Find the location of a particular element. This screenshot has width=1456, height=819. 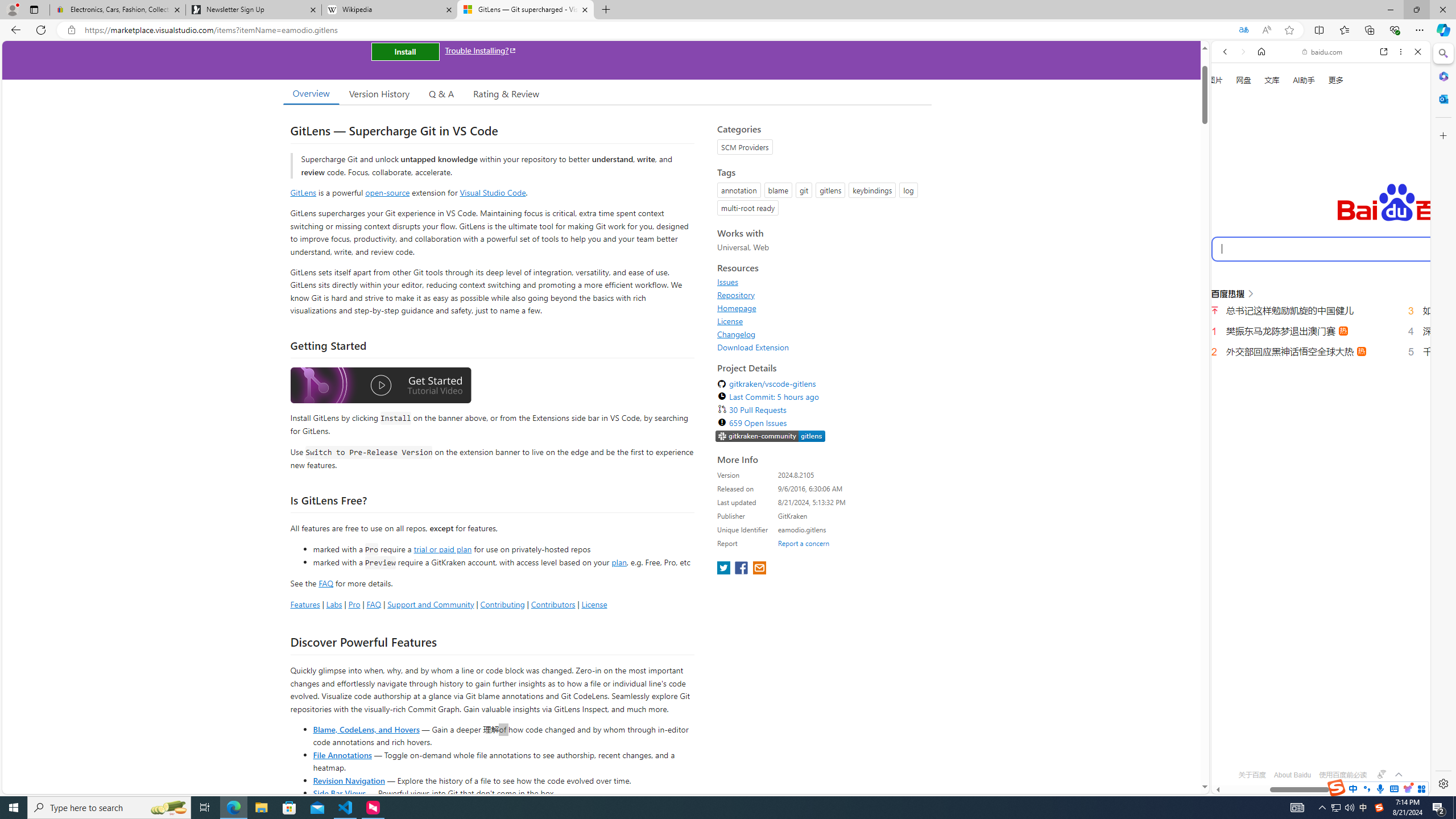

'Q & A' is located at coordinates (441, 93).